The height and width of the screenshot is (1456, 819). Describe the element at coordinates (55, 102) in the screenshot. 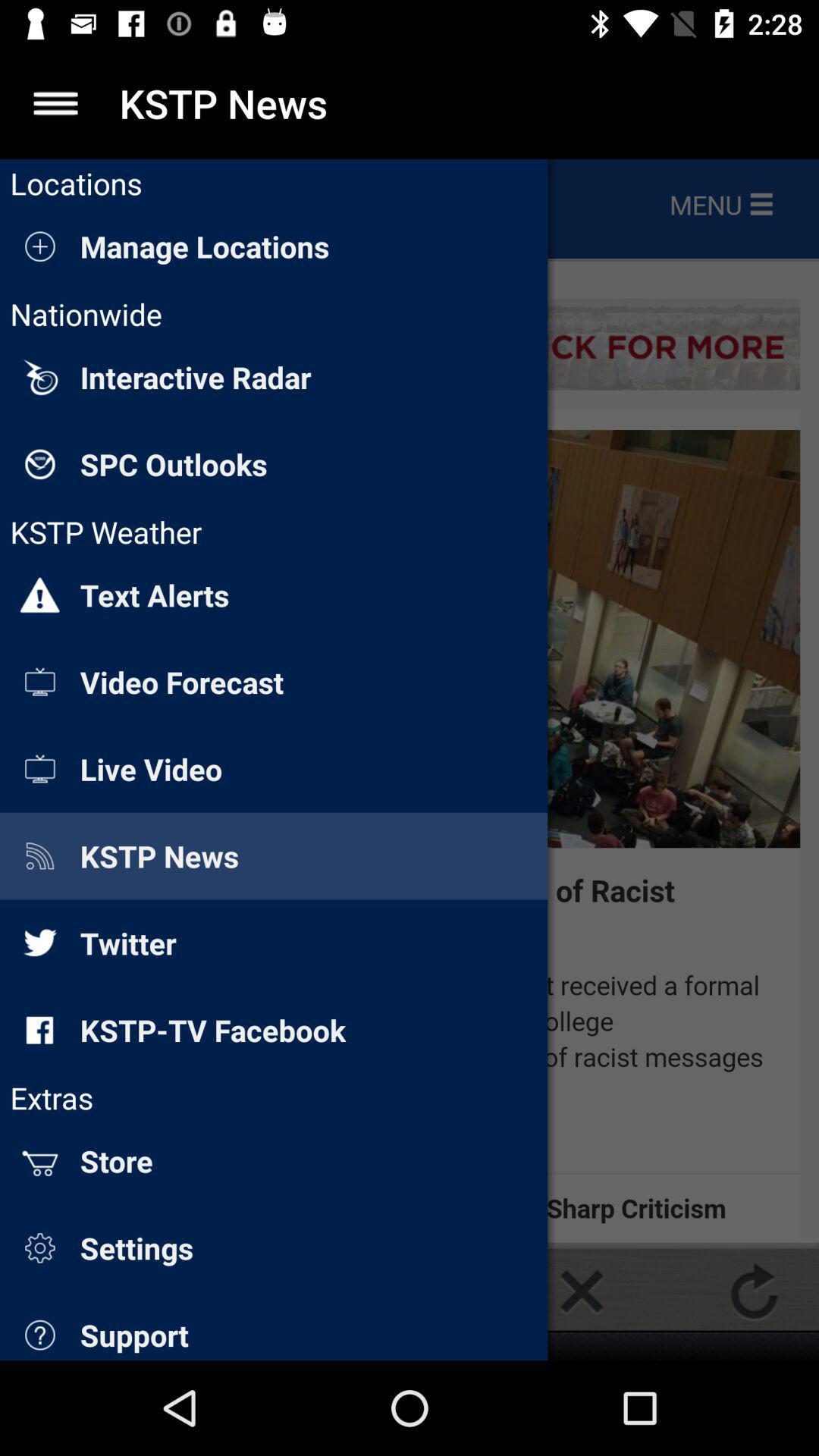

I see `the menu icon` at that location.